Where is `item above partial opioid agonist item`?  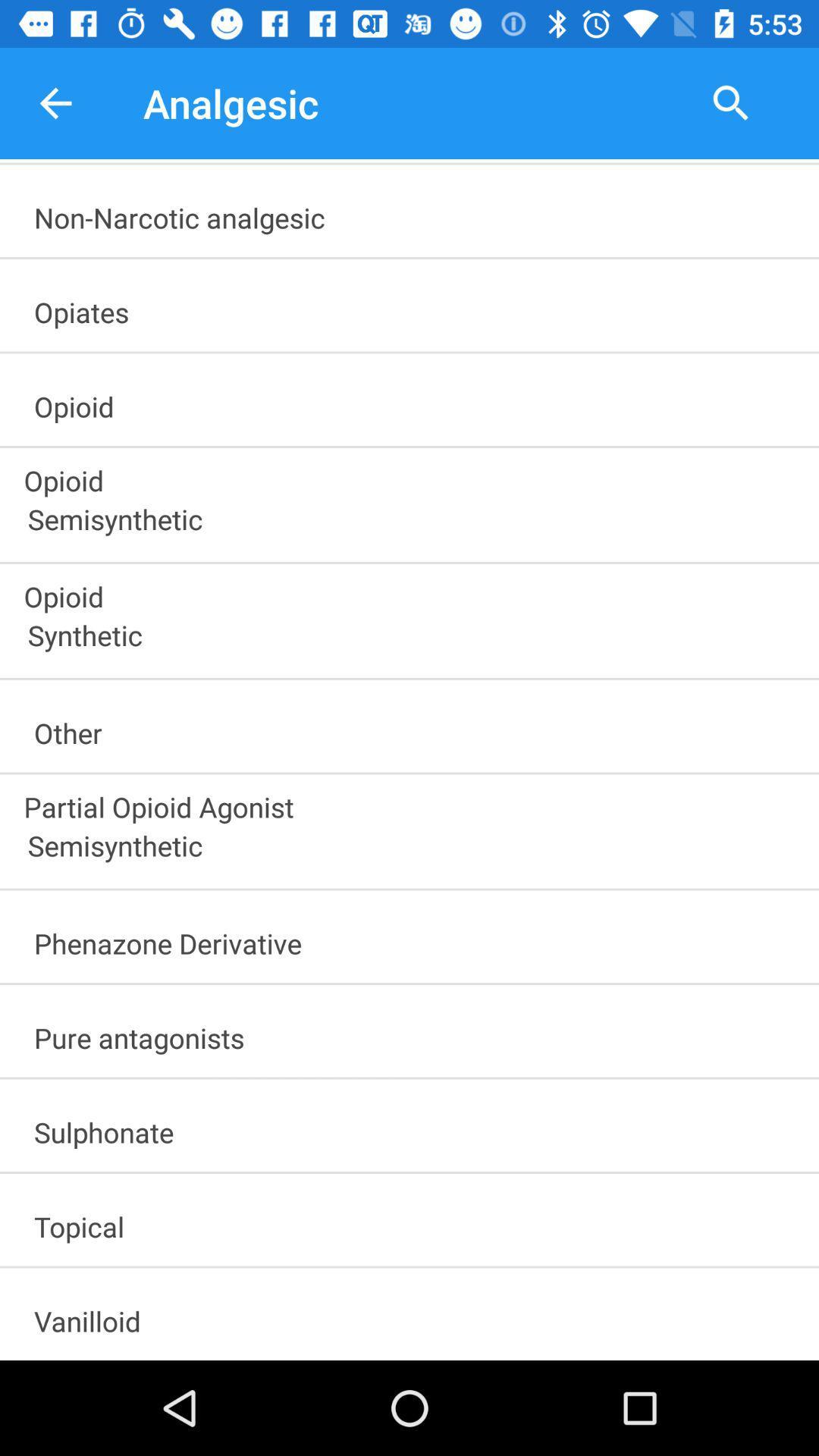
item above partial opioid agonist item is located at coordinates (416, 728).